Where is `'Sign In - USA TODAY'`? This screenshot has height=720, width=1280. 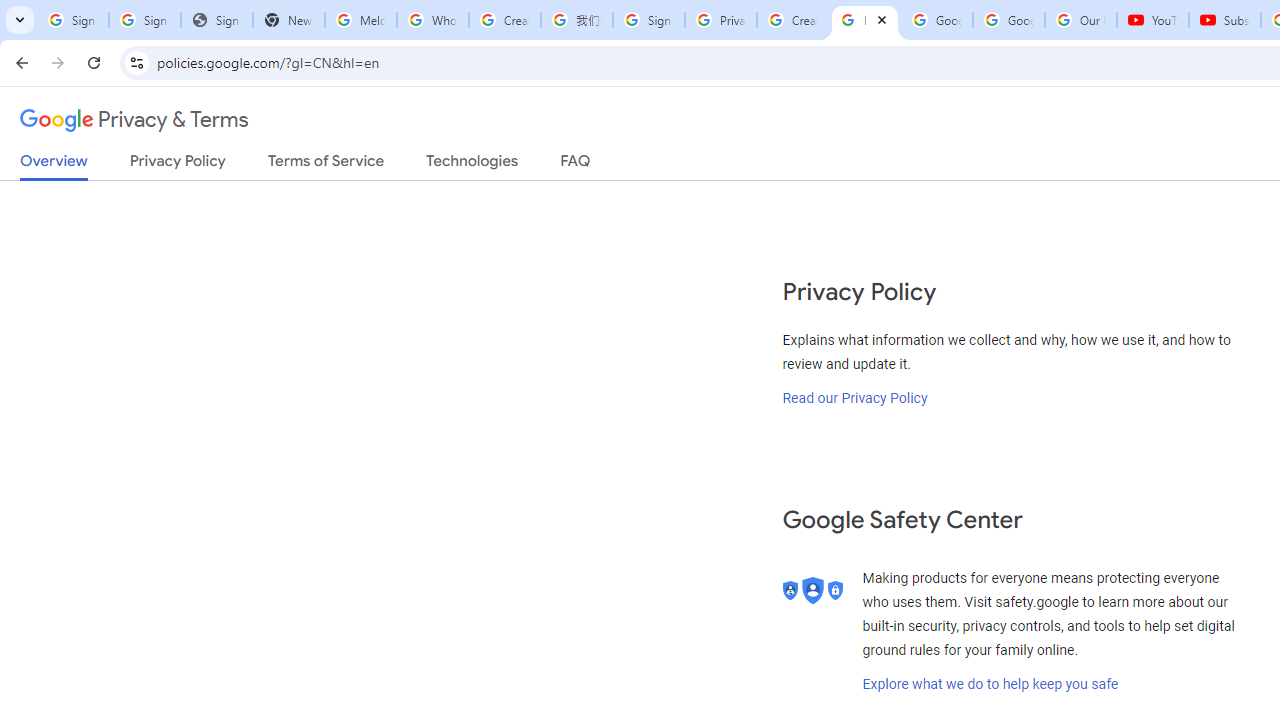 'Sign In - USA TODAY' is located at coordinates (216, 20).